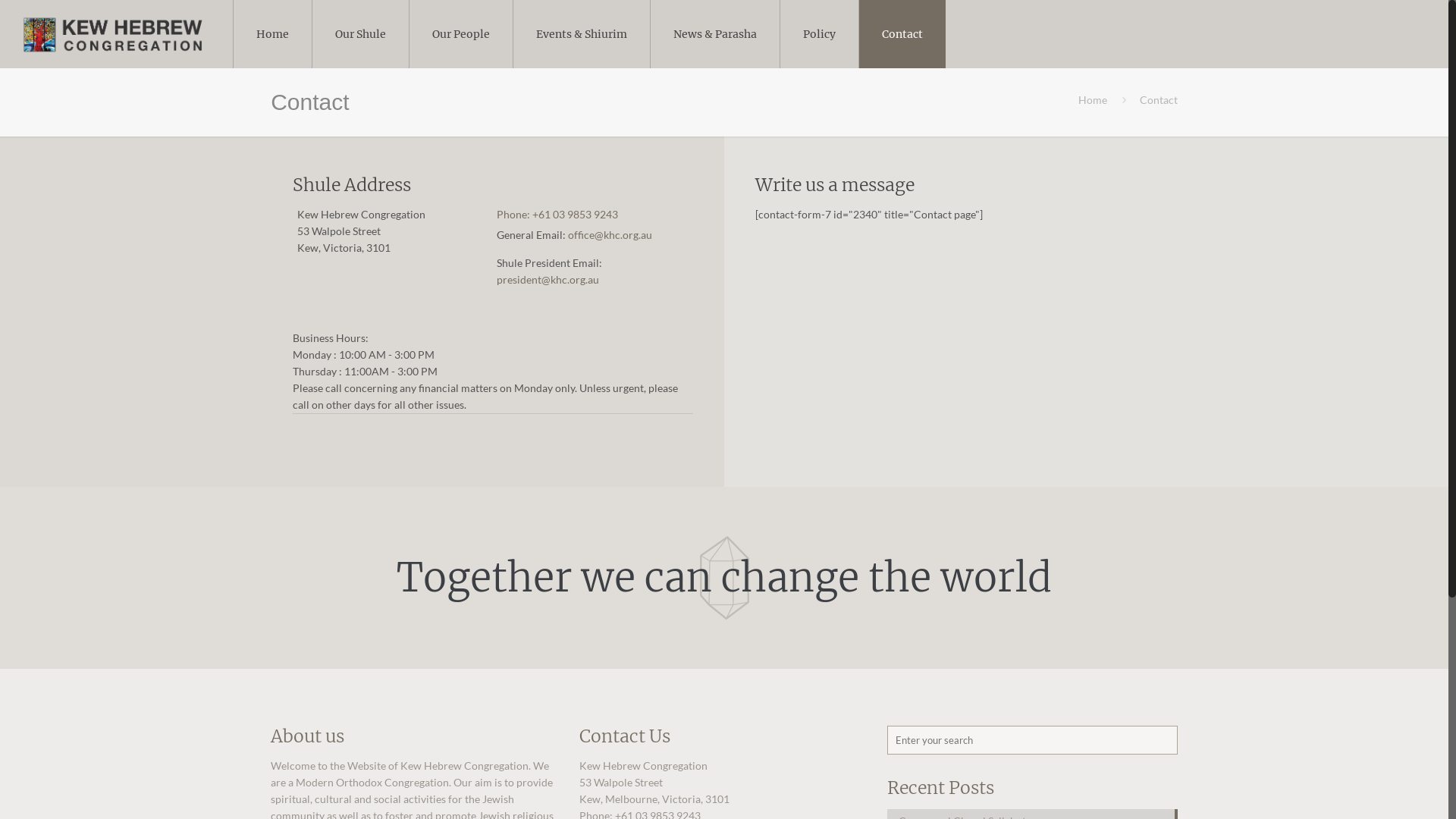  I want to click on 'Our People', so click(460, 34).